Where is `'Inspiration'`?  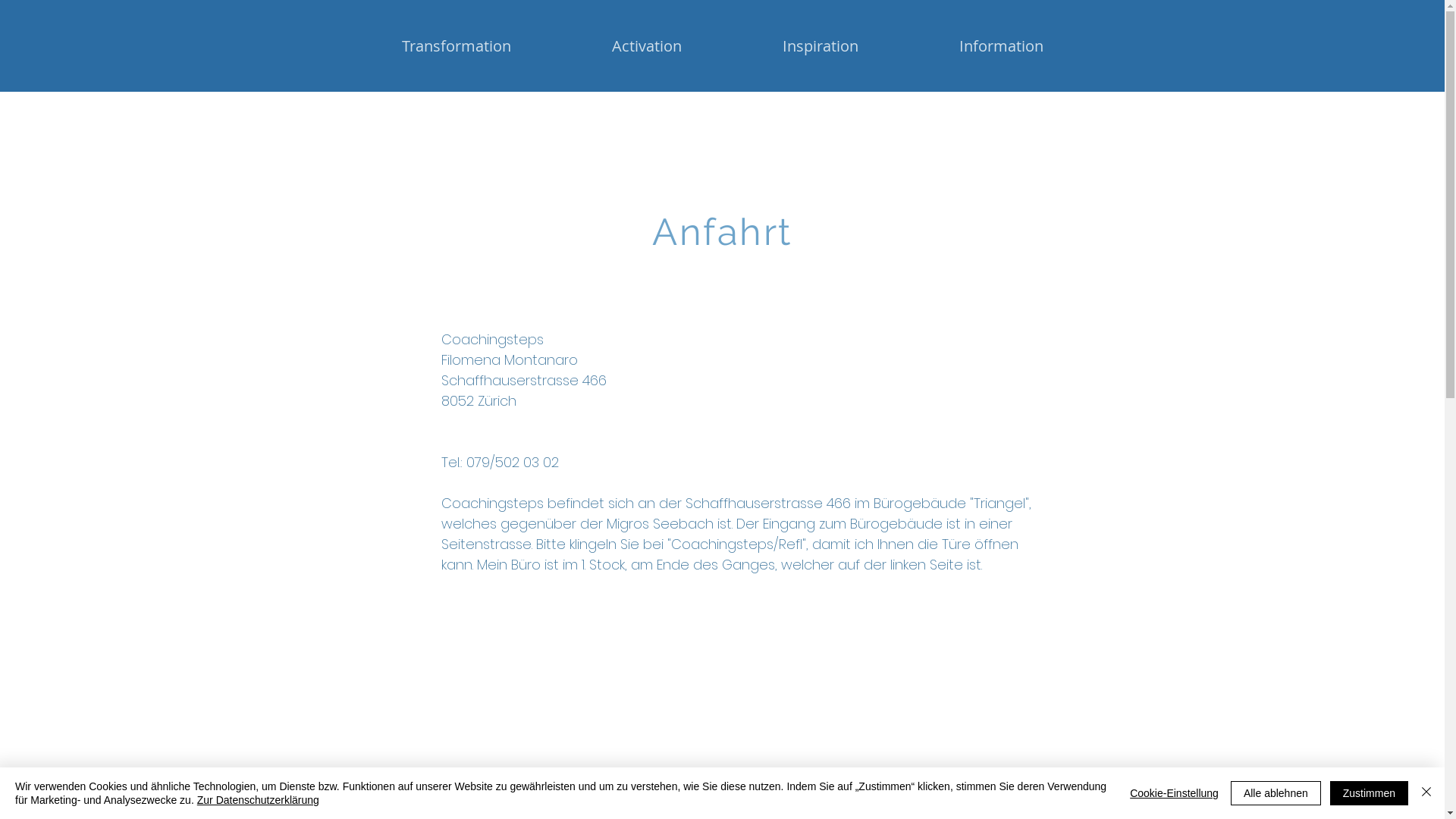 'Inspiration' is located at coordinates (820, 45).